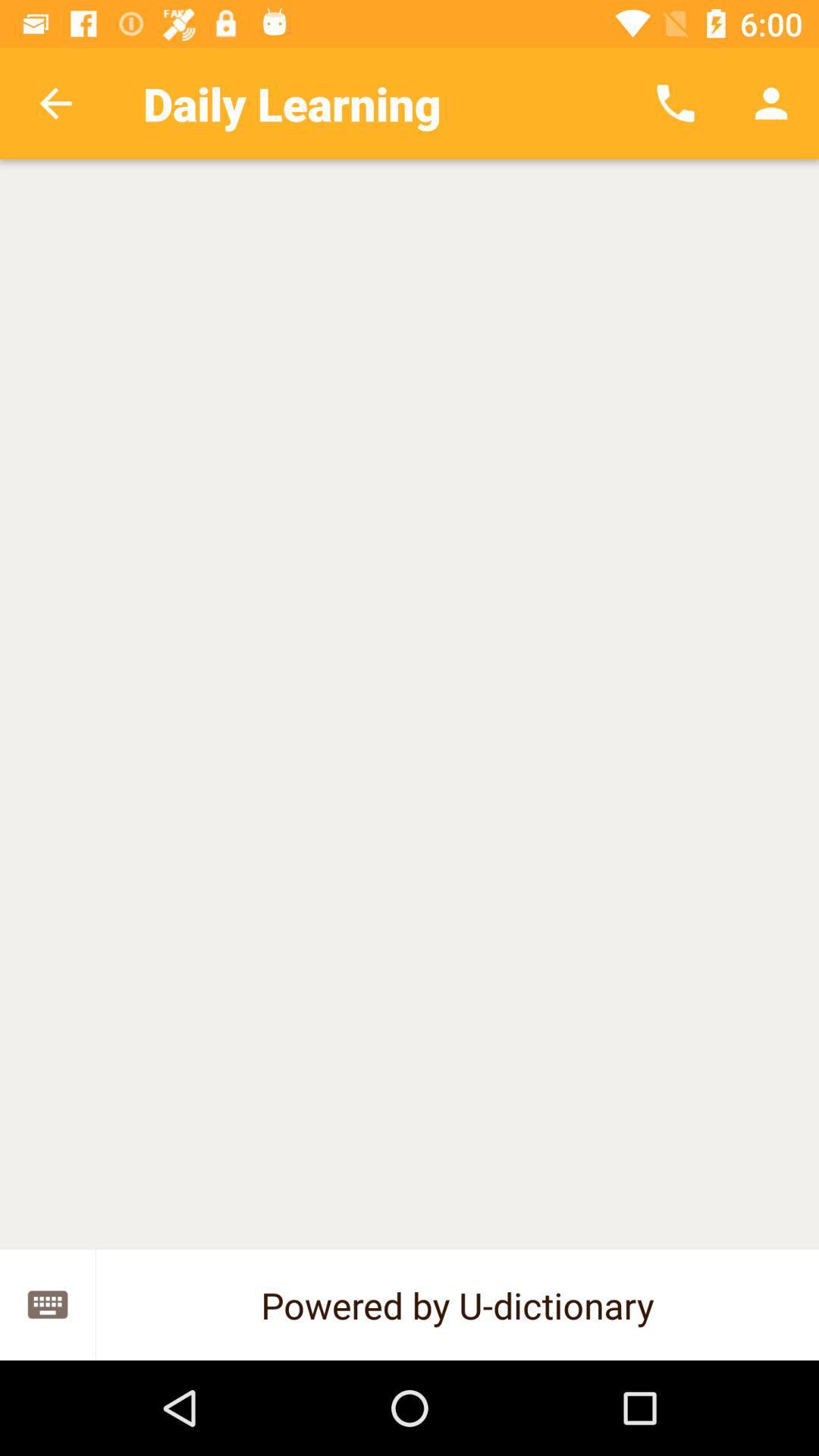 The image size is (819, 1456). Describe the element at coordinates (675, 102) in the screenshot. I see `the icon next to the daily learning icon` at that location.